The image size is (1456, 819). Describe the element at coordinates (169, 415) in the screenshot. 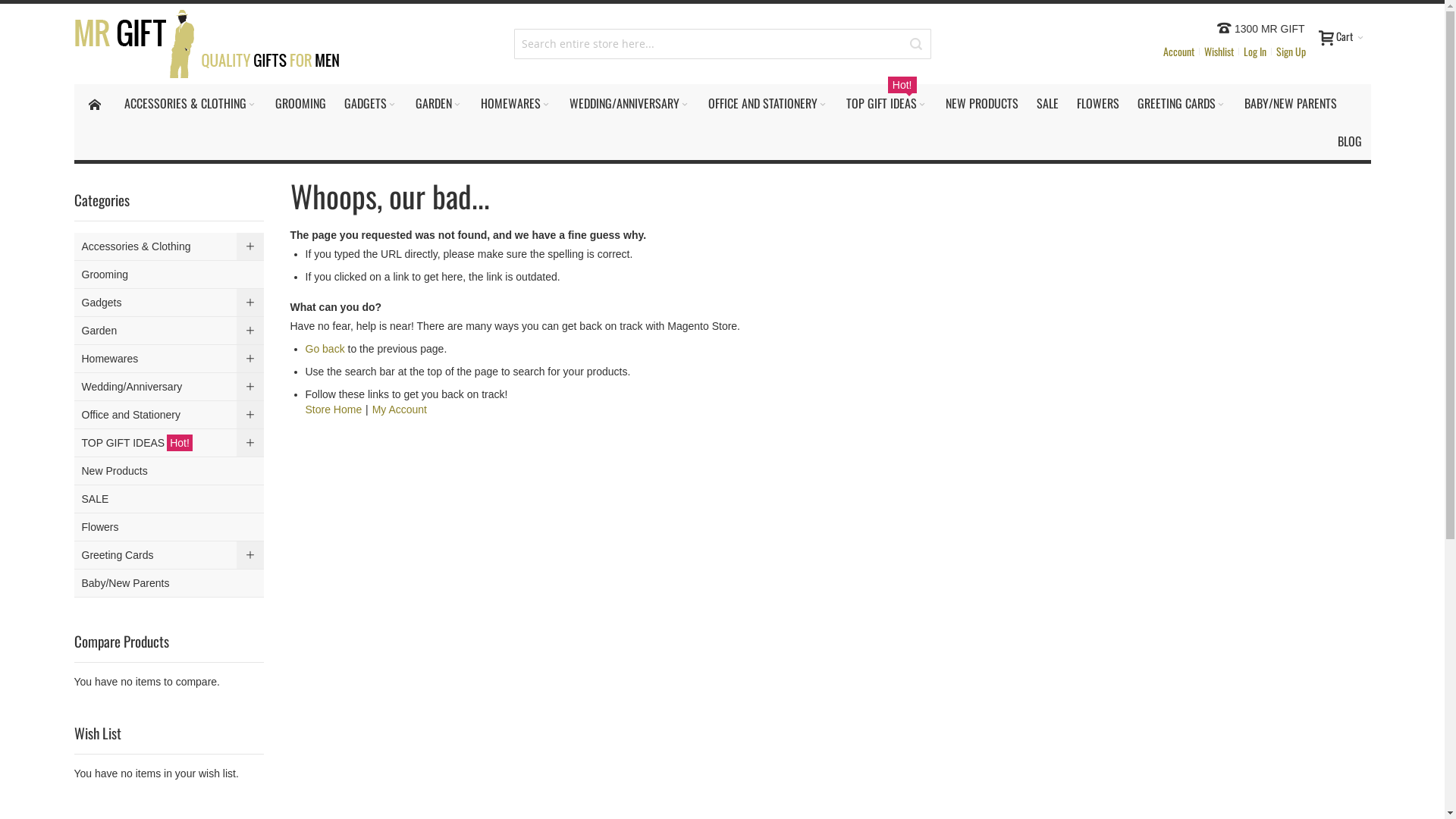

I see `'Office and Stationery'` at that location.